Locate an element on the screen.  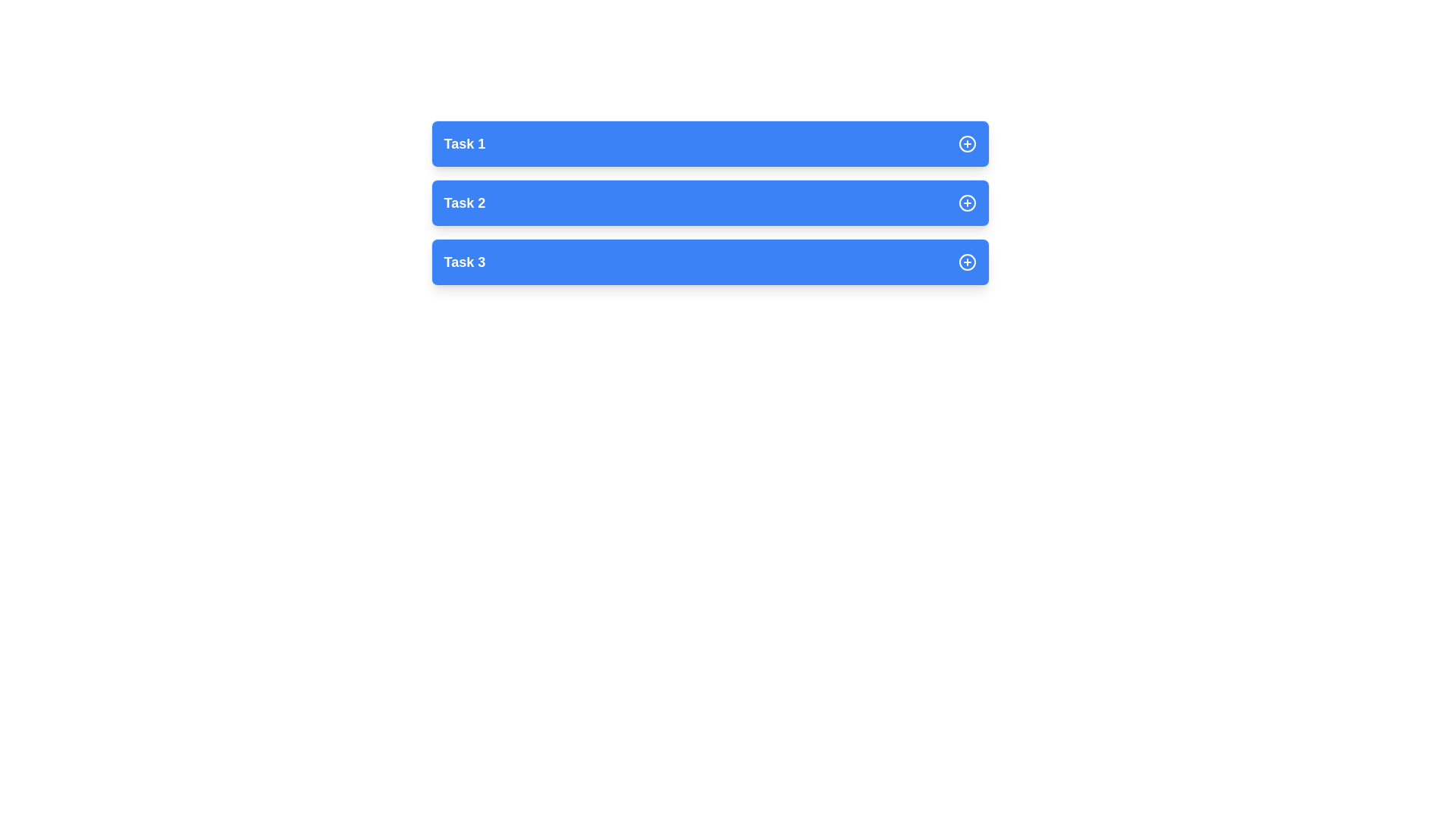
the interactive list item associated with 'Task 3' is located at coordinates (709, 262).